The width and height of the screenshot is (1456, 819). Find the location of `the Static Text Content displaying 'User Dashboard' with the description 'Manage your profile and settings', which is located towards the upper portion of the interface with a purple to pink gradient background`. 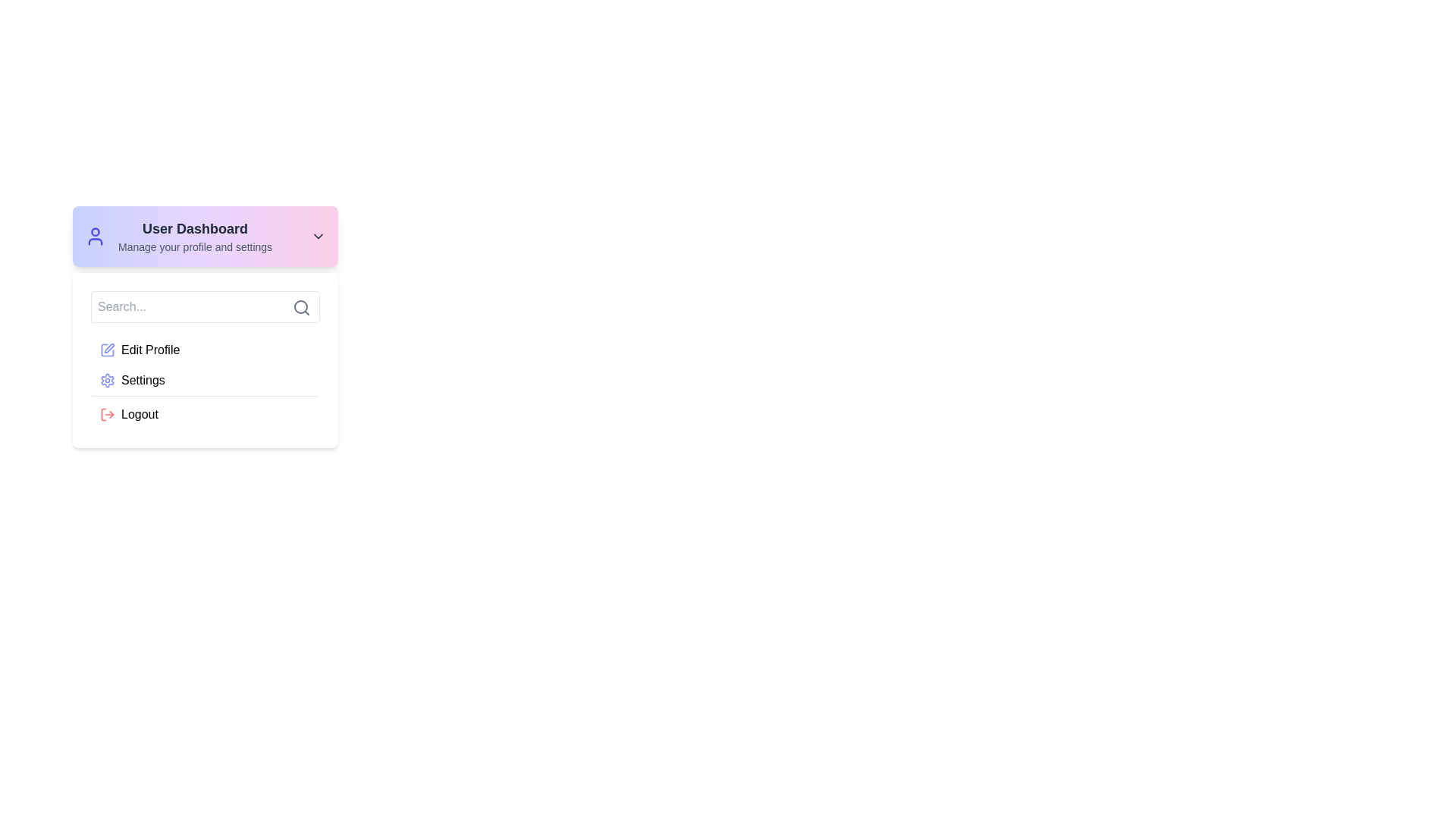

the Static Text Content displaying 'User Dashboard' with the description 'Manage your profile and settings', which is located towards the upper portion of the interface with a purple to pink gradient background is located at coordinates (194, 237).